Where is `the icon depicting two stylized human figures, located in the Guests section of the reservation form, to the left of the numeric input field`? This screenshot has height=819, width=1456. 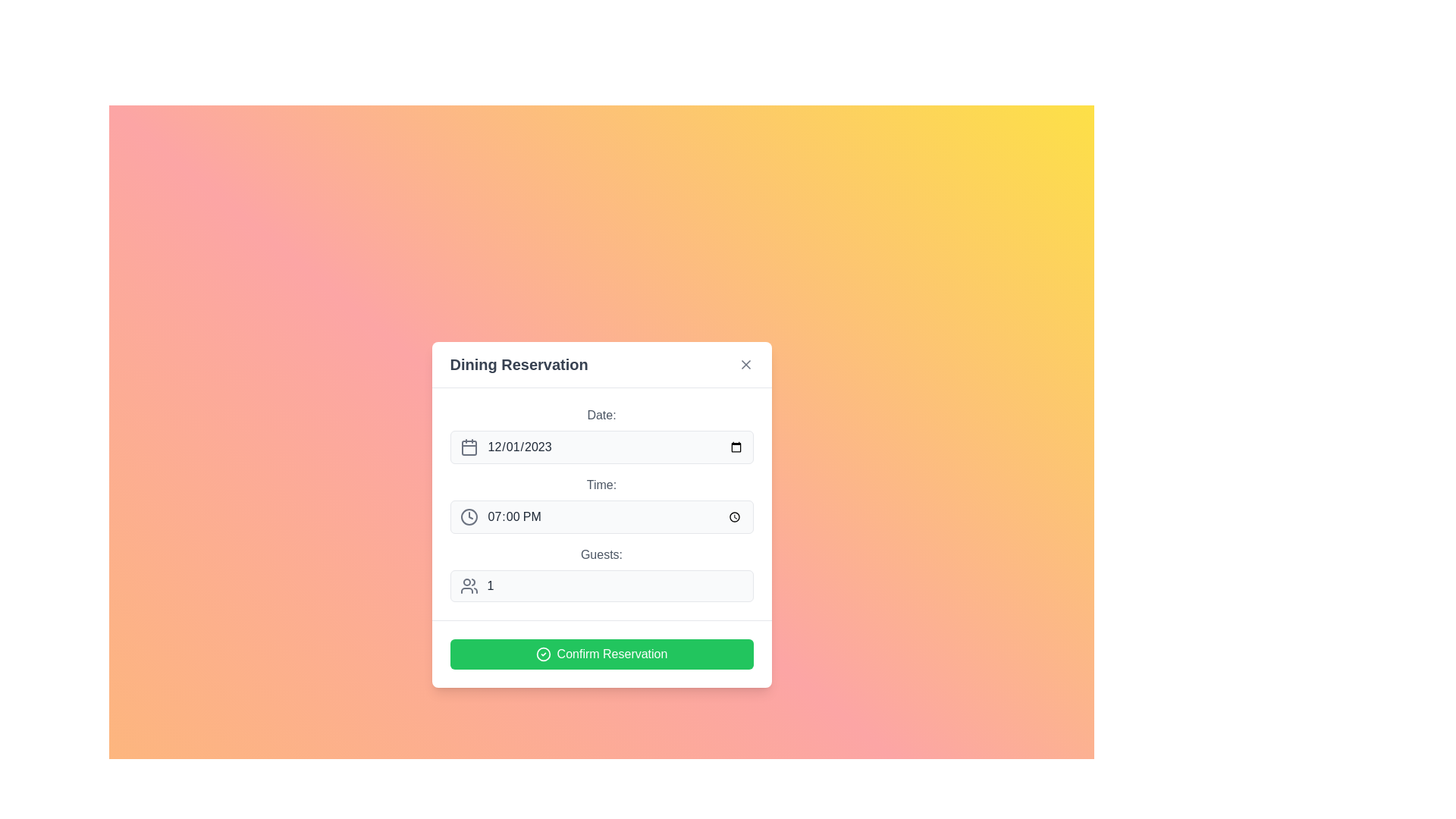 the icon depicting two stylized human figures, located in the Guests section of the reservation form, to the left of the numeric input field is located at coordinates (468, 585).